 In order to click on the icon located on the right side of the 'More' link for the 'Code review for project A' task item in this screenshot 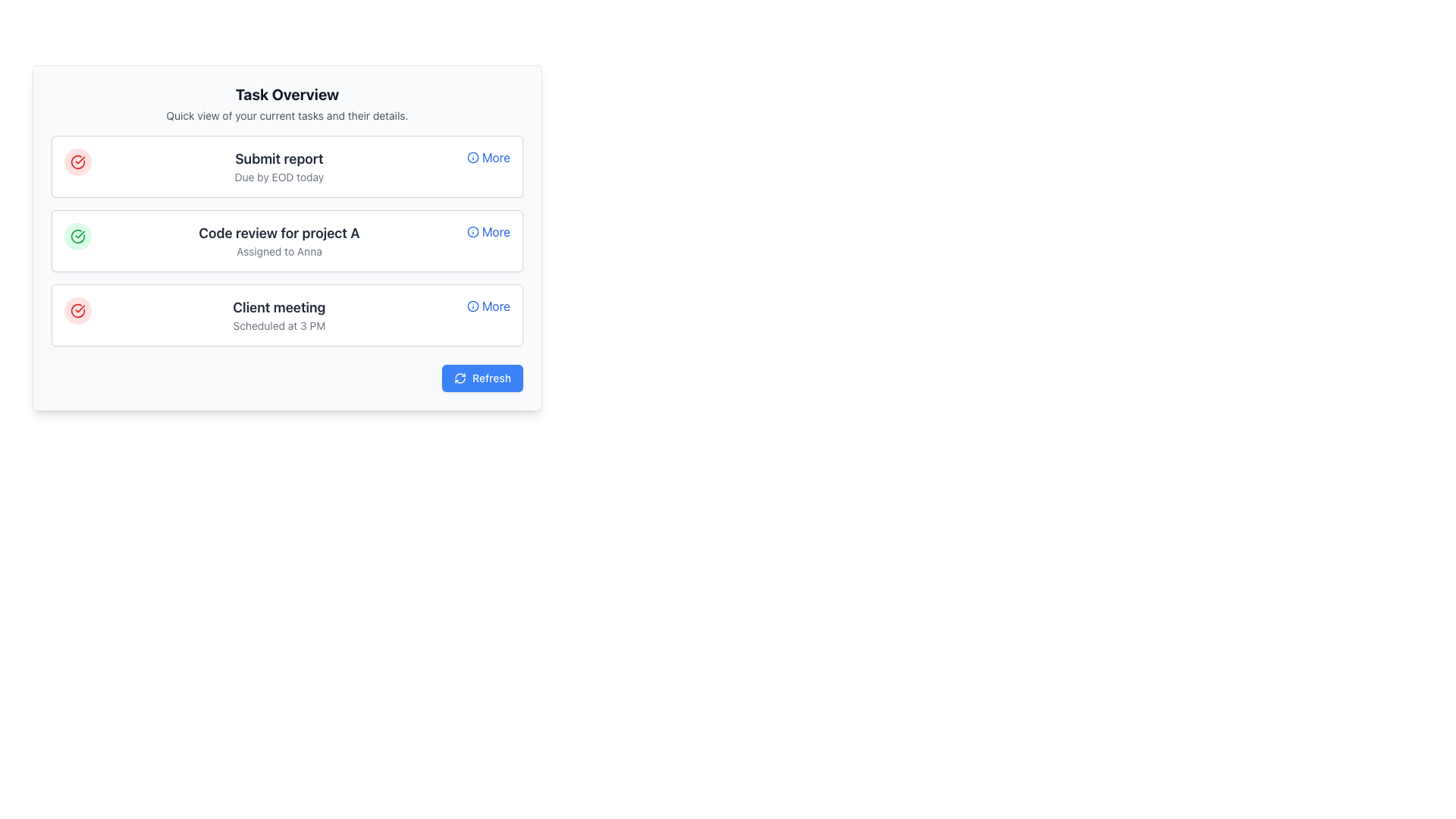, I will do `click(472, 231)`.